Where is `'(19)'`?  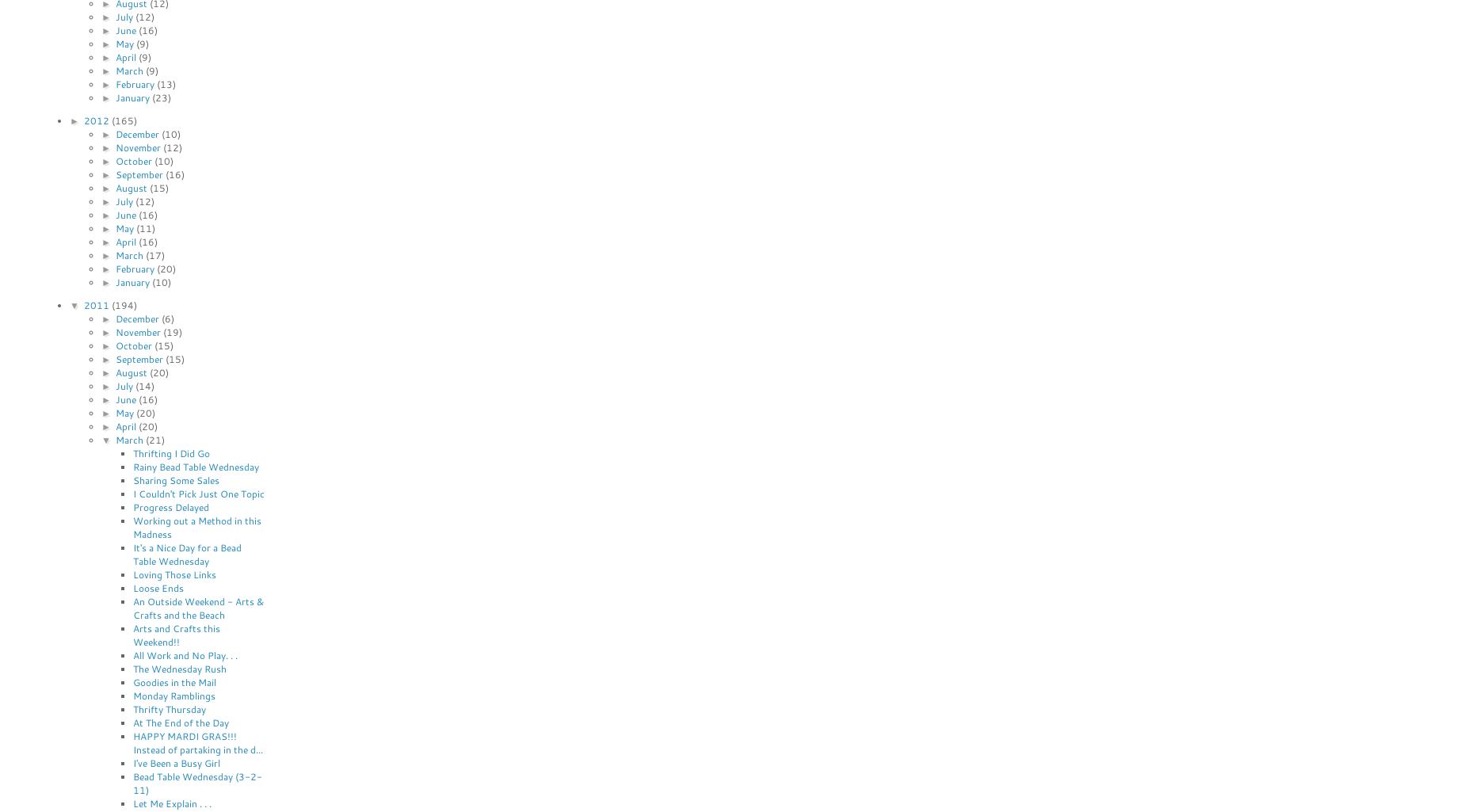
'(19)' is located at coordinates (171, 331).